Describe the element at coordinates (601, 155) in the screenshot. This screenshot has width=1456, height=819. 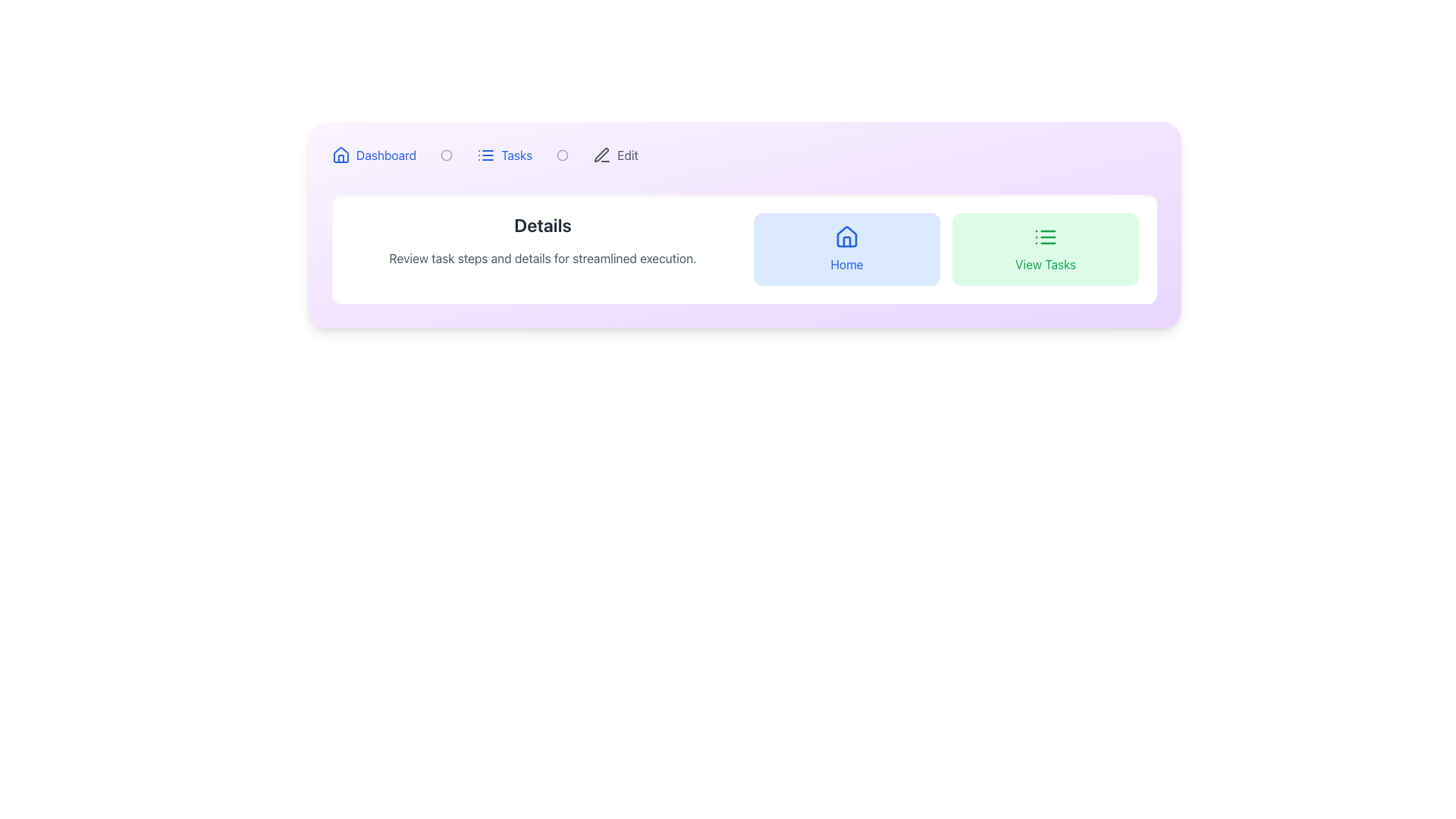
I see `the edit action icon located in the top navigation bar, positioned to the far right of the 'Tasks' section and before the 'Edit' label` at that location.